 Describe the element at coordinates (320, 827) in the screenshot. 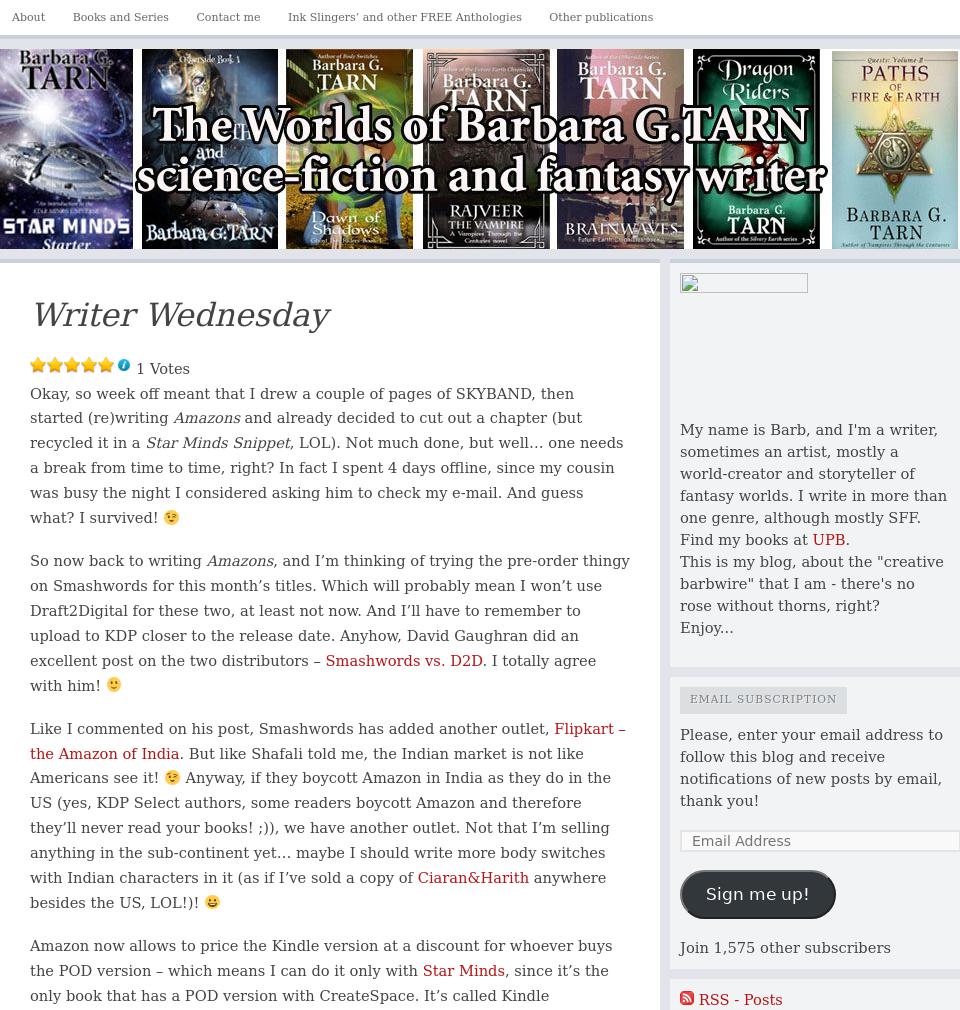

I see `'Anyway, if they boycott Amazon in India as they do in the US (yes, KDP Select authors, some readers boycott Amazon and therefore they’ll never read your books! ;)), we have another outlet. Not that I’m selling anything in the sub-continent yet… maybe I should write more body switches with Indian characters in it (as if I’ve sold a copy of'` at that location.